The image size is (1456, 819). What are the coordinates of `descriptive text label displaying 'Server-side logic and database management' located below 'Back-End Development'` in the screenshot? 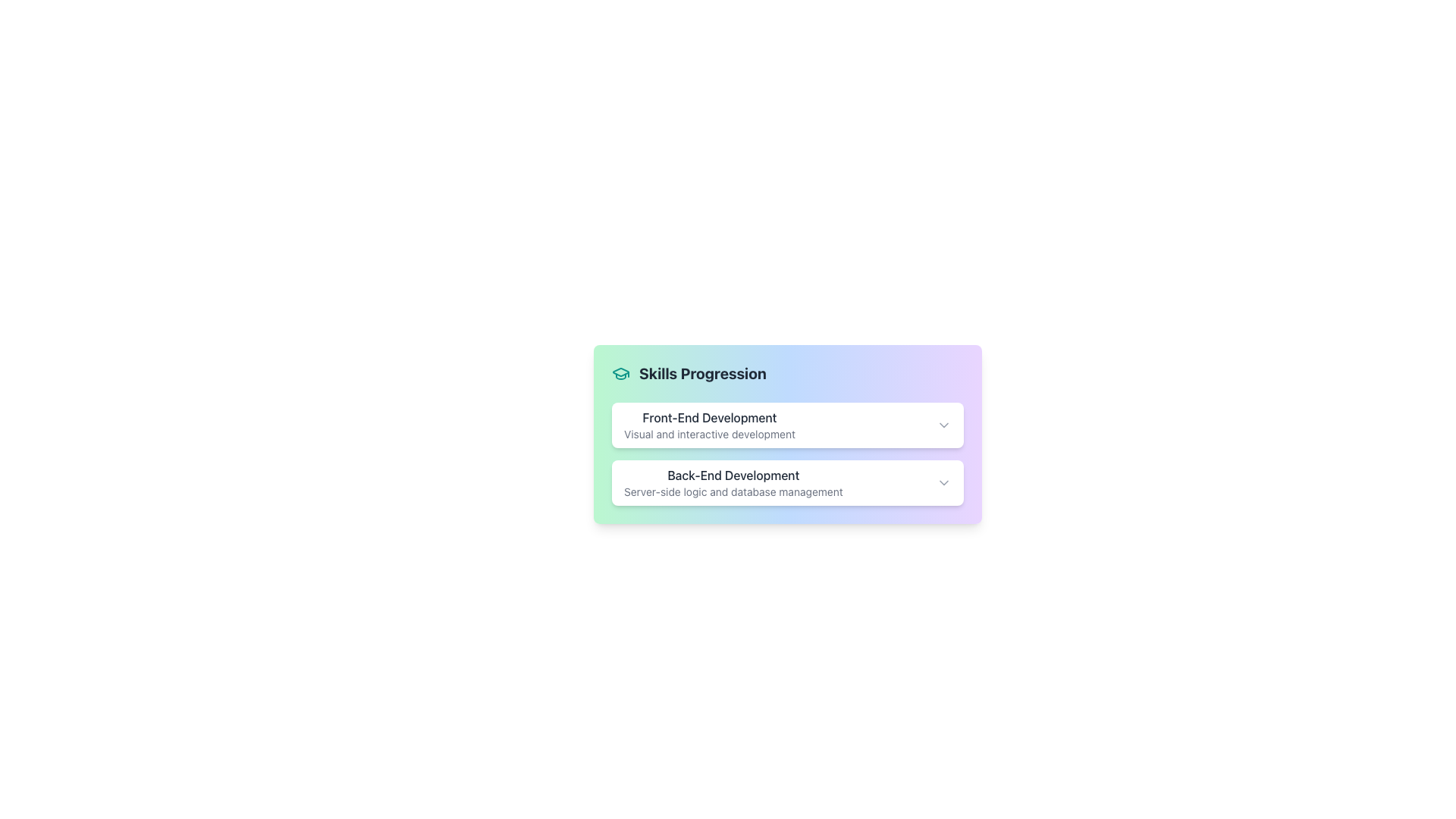 It's located at (733, 491).